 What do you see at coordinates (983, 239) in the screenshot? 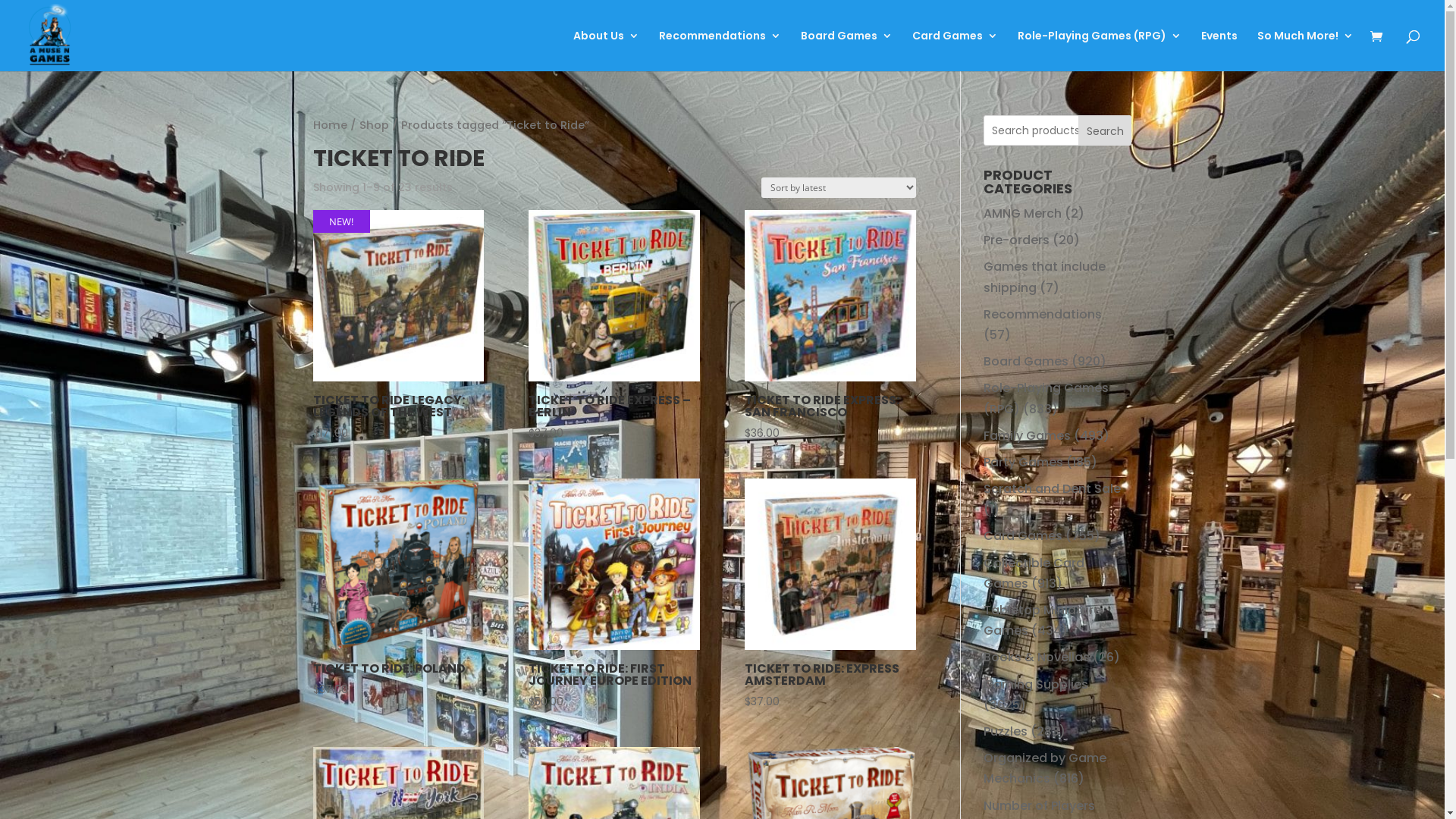
I see `'Pre-orders'` at bounding box center [983, 239].